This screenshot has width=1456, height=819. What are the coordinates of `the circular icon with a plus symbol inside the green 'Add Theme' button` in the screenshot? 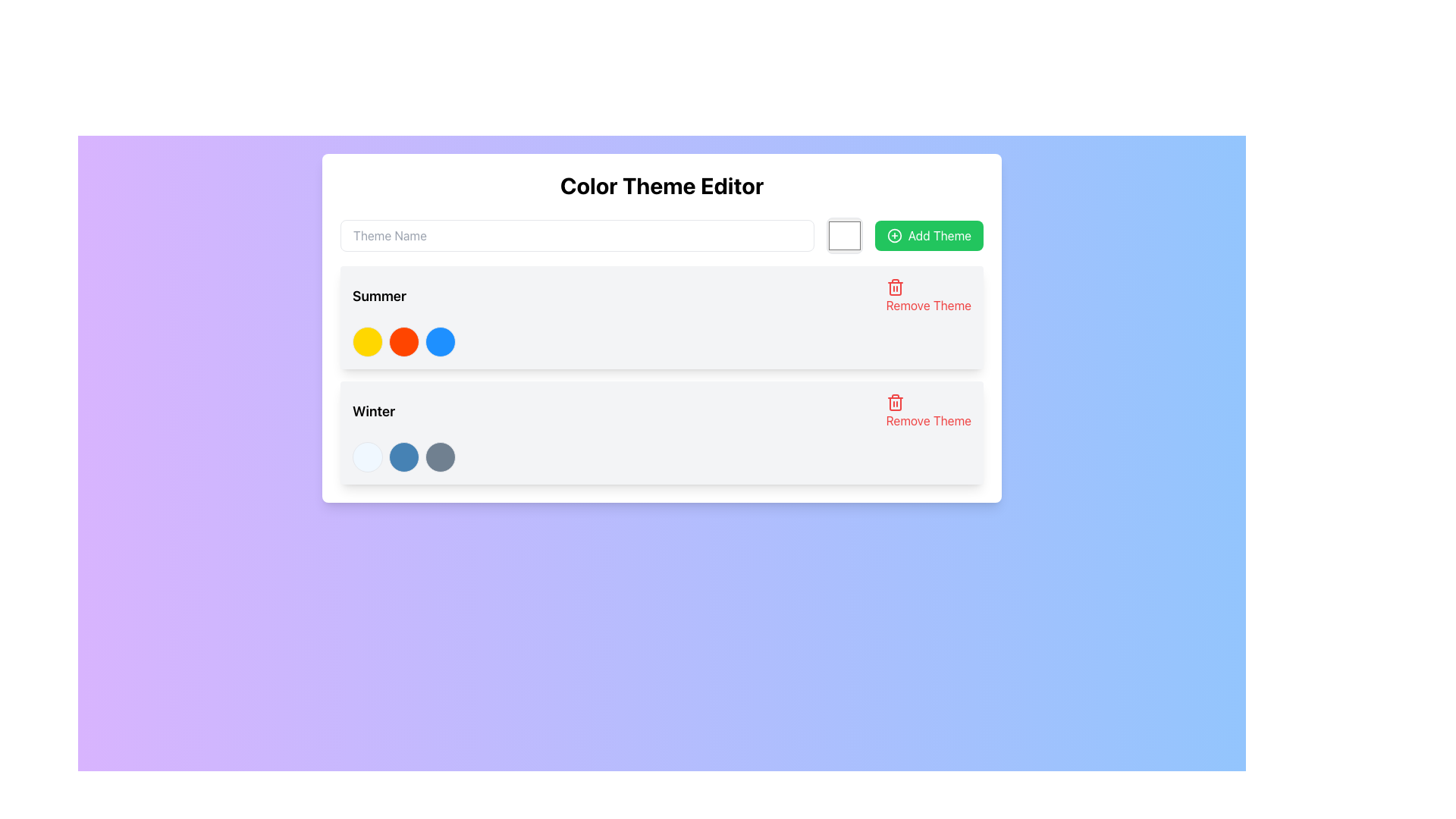 It's located at (894, 236).